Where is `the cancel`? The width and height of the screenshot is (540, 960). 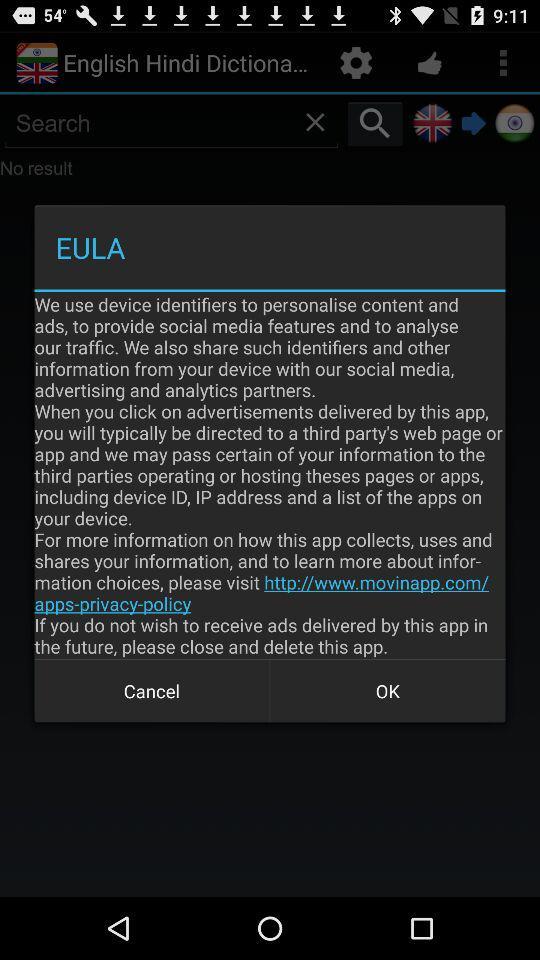
the cancel is located at coordinates (151, 691).